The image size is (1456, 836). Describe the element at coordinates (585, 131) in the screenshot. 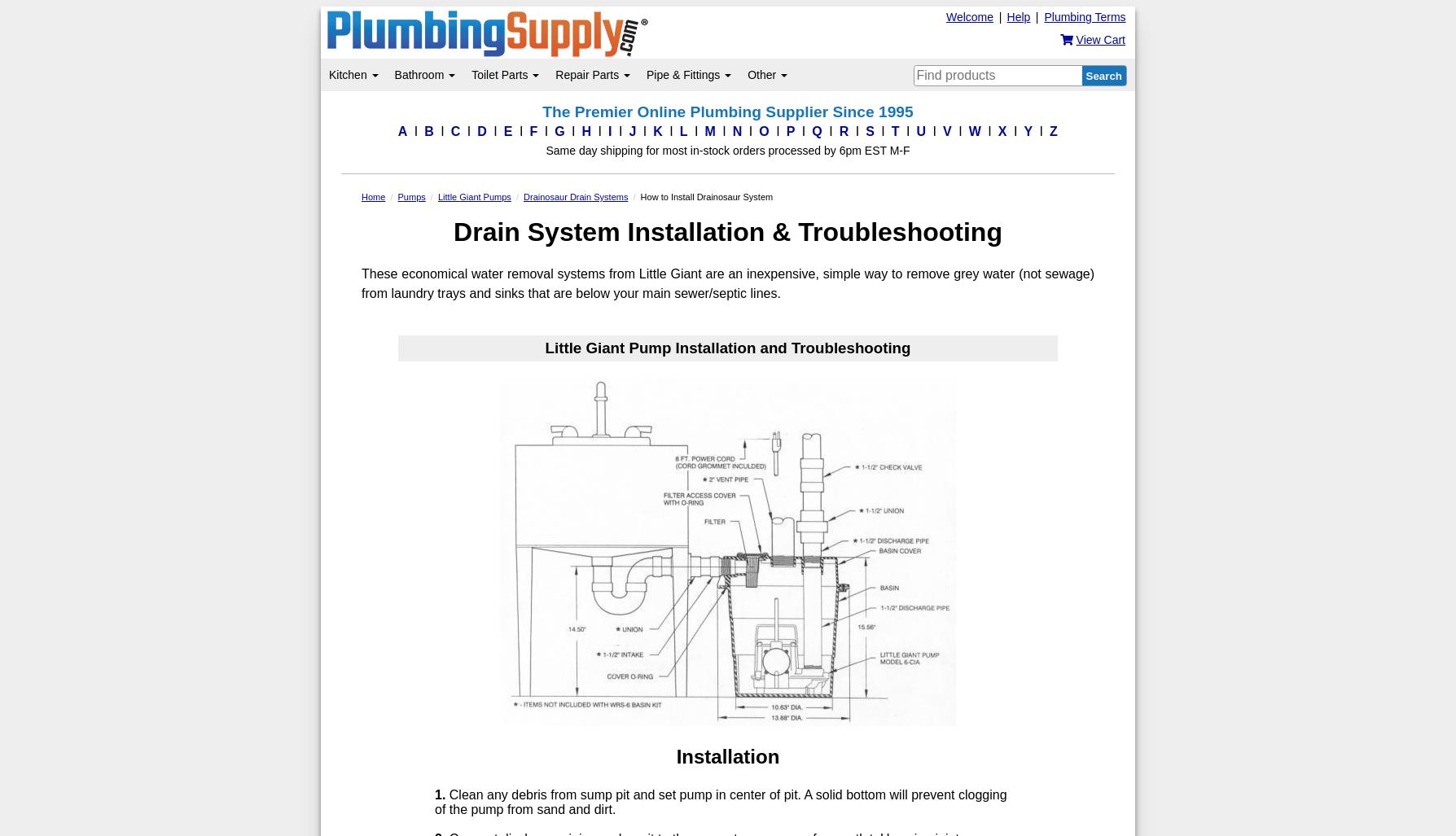

I see `'H'` at that location.